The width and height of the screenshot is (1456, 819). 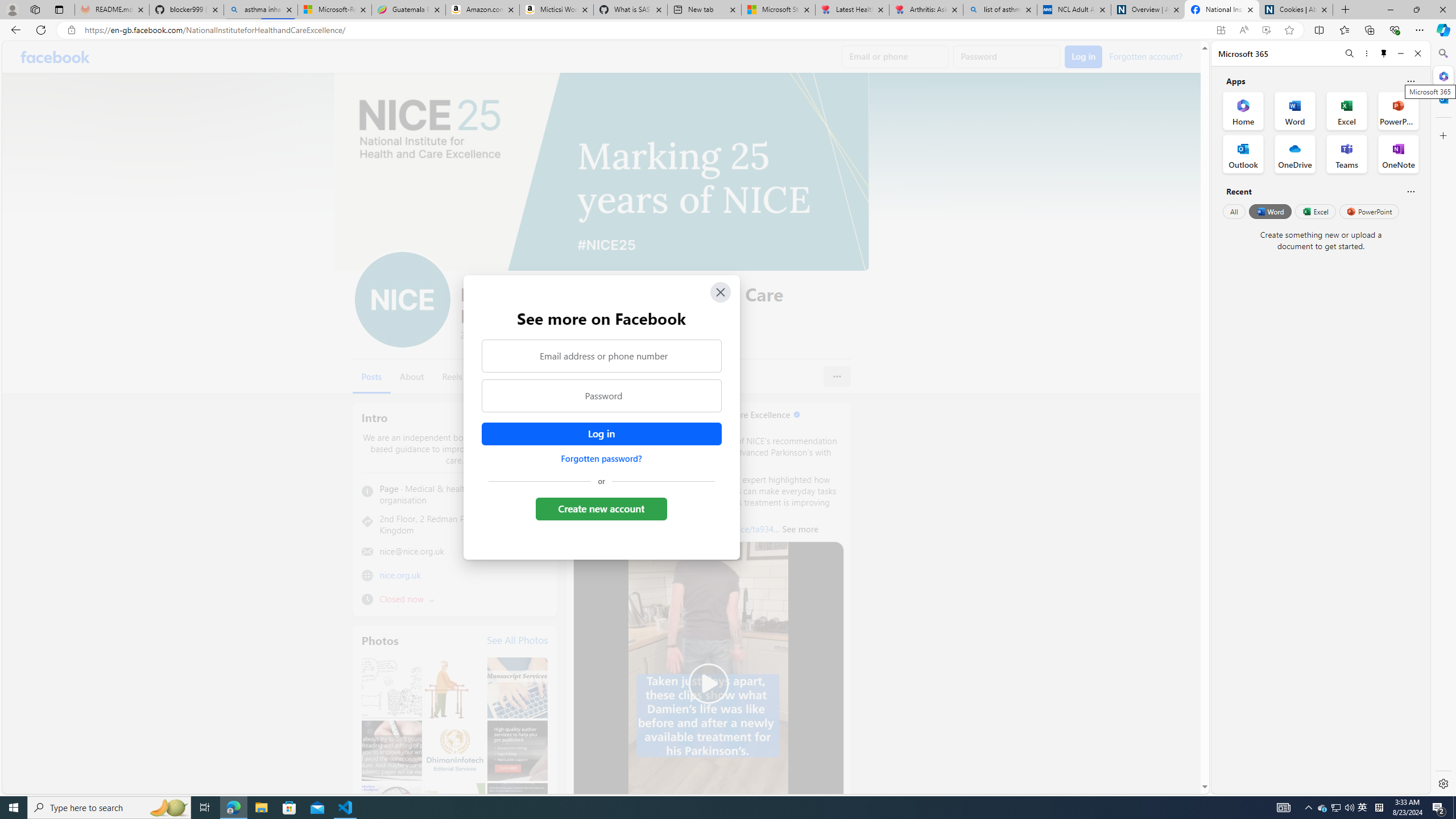 I want to click on 'Excel Office App', so click(x=1347, y=111).